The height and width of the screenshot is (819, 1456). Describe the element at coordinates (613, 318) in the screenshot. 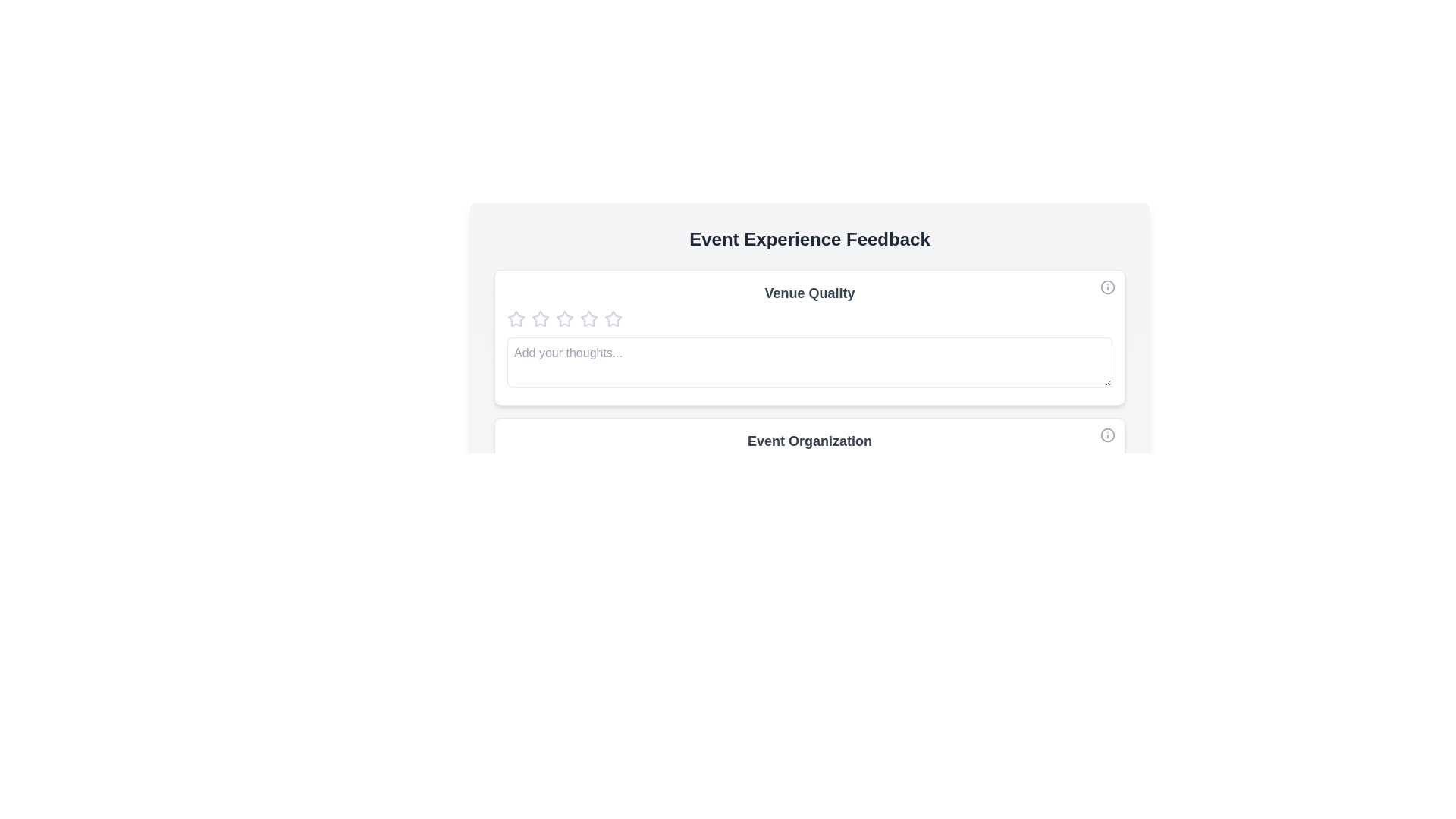

I see `the fifth star icon in the five-star rating system under the 'Venue Quality' section` at that location.